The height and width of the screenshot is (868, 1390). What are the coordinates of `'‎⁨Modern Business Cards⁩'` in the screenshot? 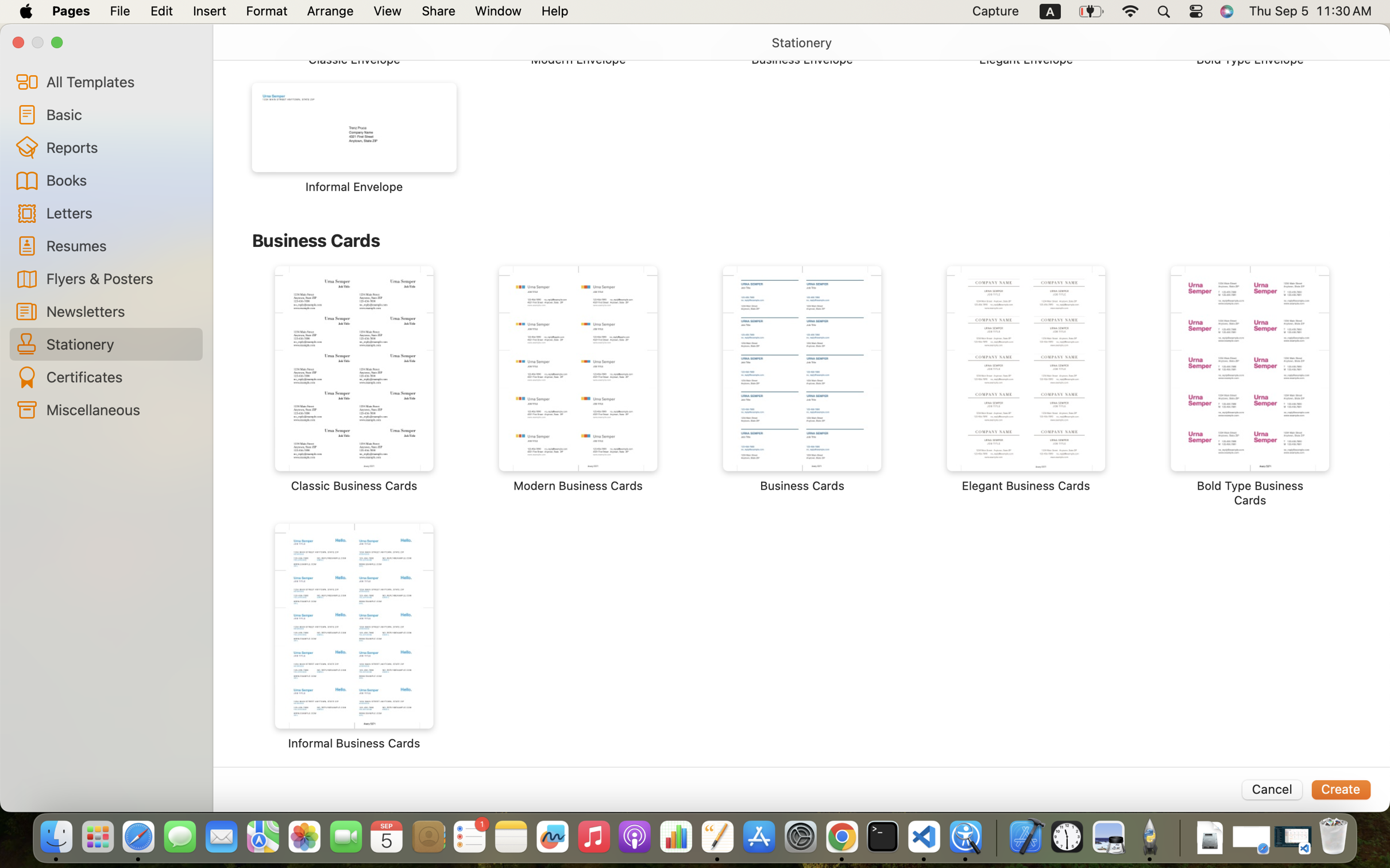 It's located at (578, 379).